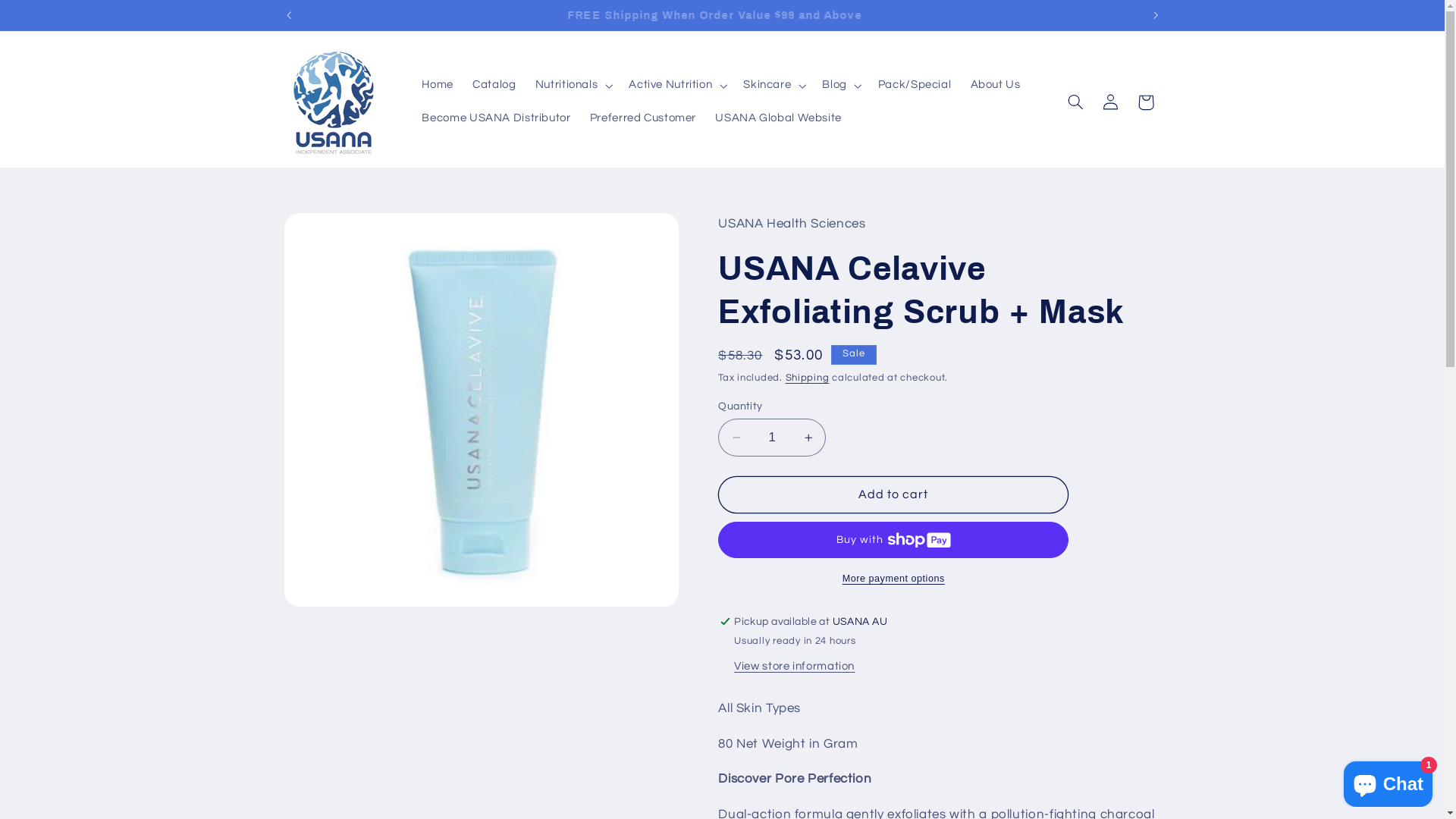 This screenshot has width=1456, height=819. What do you see at coordinates (913, 85) in the screenshot?
I see `'Pack/Special'` at bounding box center [913, 85].